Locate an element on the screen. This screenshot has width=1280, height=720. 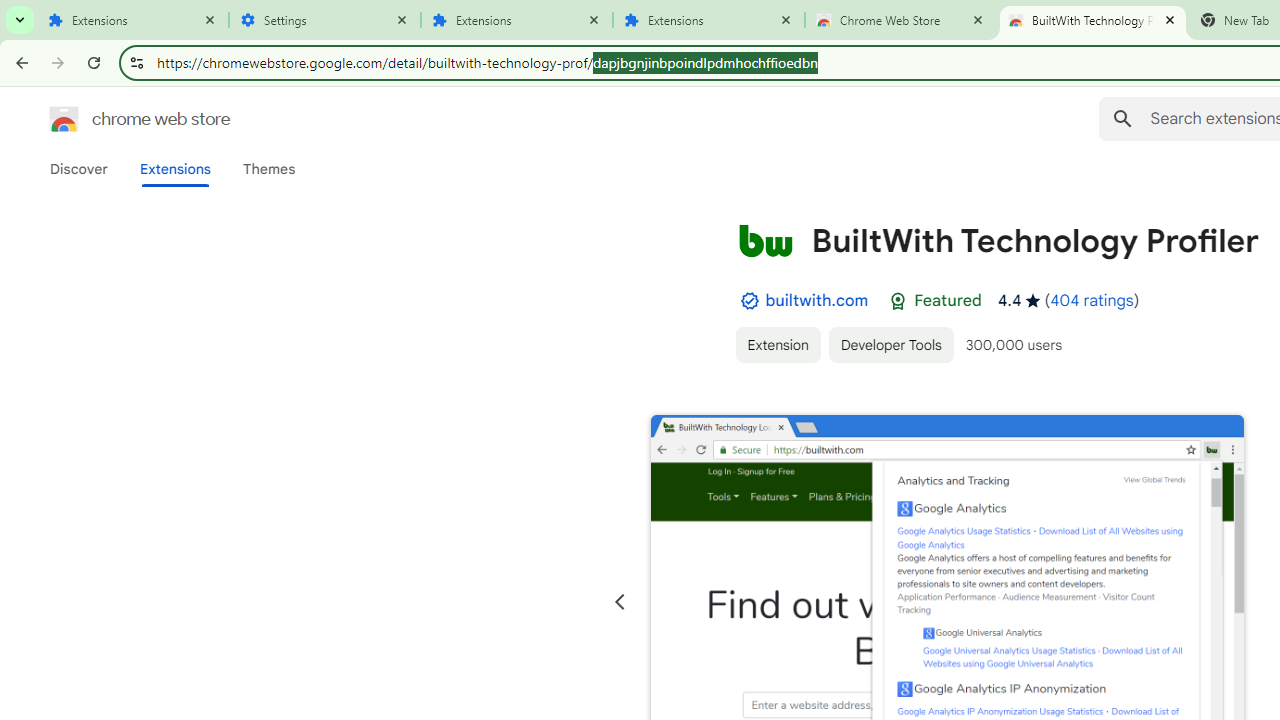
'Extension' is located at coordinates (776, 343).